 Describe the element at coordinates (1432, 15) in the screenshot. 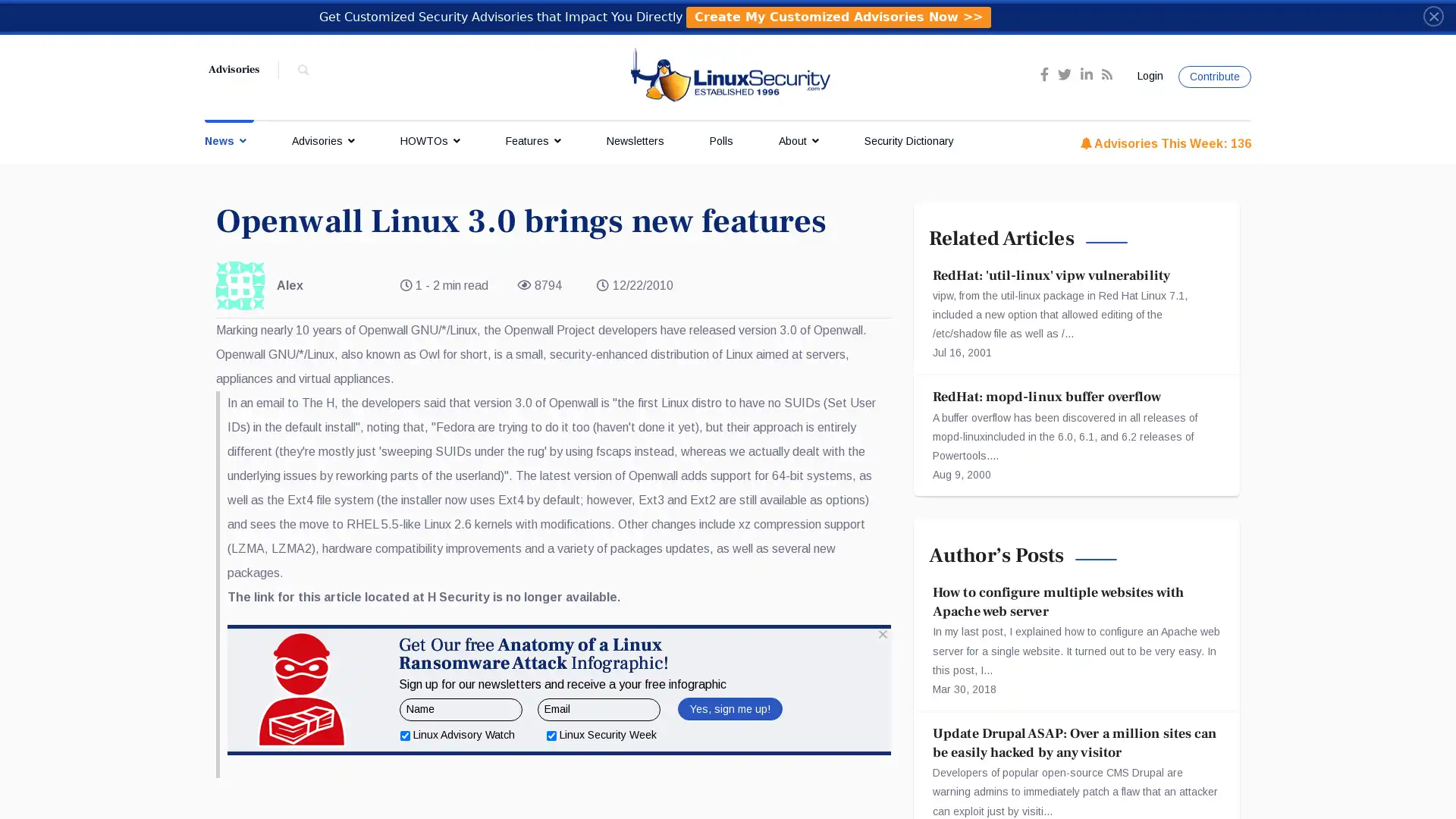

I see `Close` at that location.